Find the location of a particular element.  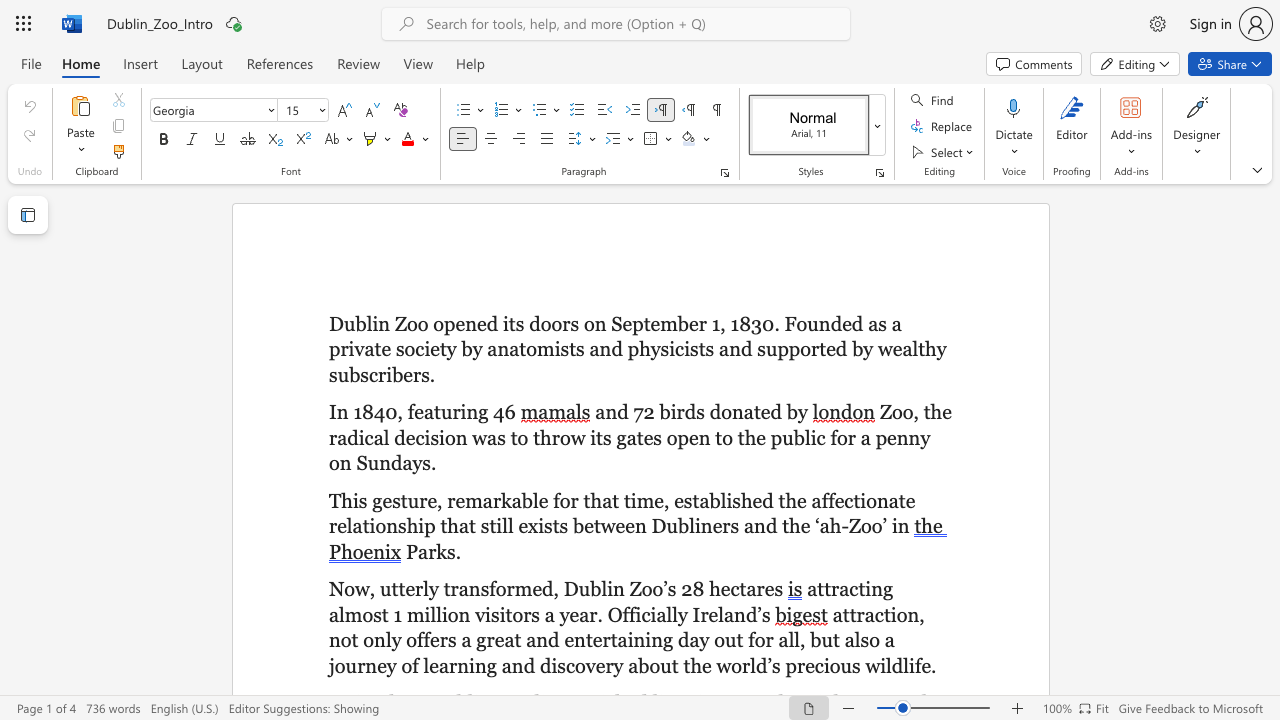

the subset text "ship that still exists between Dubliners and" within the text "the affectionate relationship that still exists between Dubliners and the ‘ah-Zoo’ in" is located at coordinates (397, 525).